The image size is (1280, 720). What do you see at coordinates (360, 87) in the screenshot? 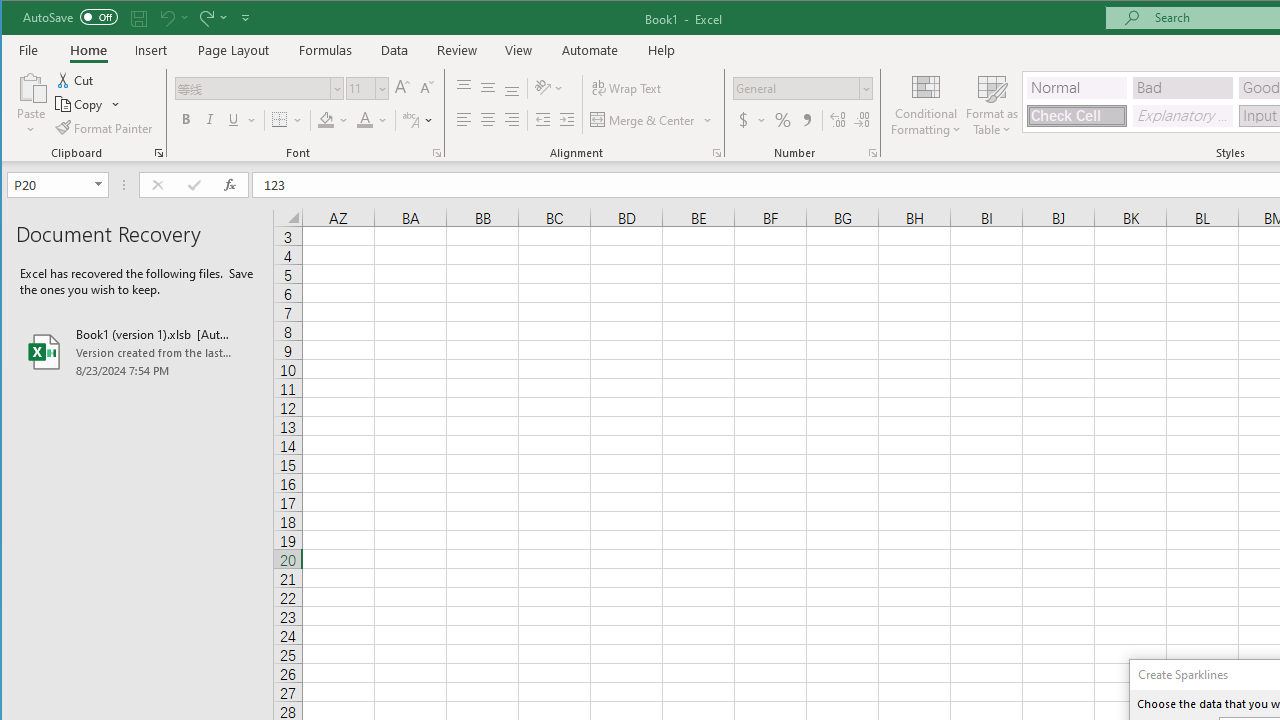
I see `'Font Size'` at bounding box center [360, 87].